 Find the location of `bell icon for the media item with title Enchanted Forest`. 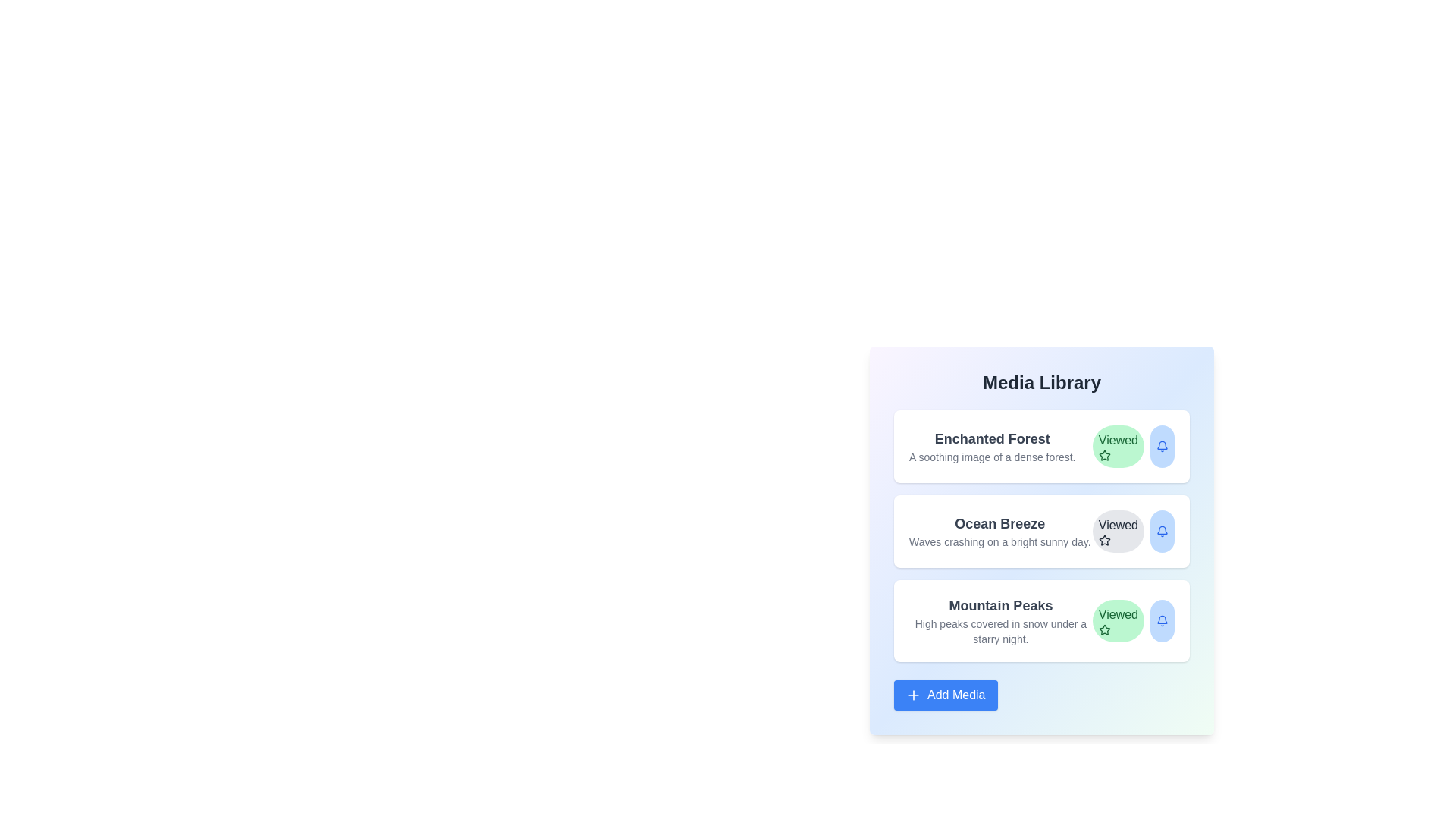

bell icon for the media item with title Enchanted Forest is located at coordinates (1161, 446).